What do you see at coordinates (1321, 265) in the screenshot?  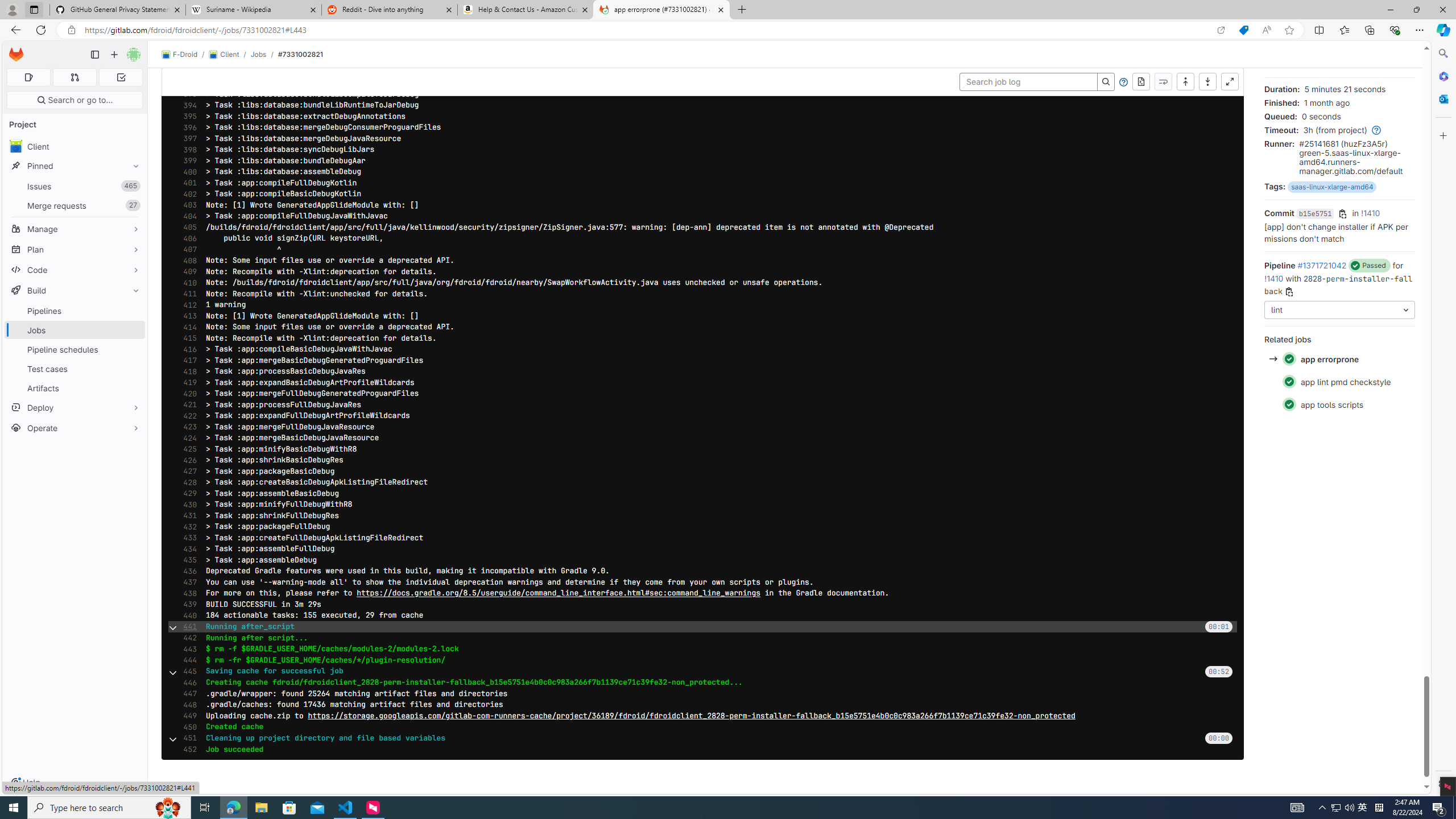 I see `'#1371721042'` at bounding box center [1321, 265].